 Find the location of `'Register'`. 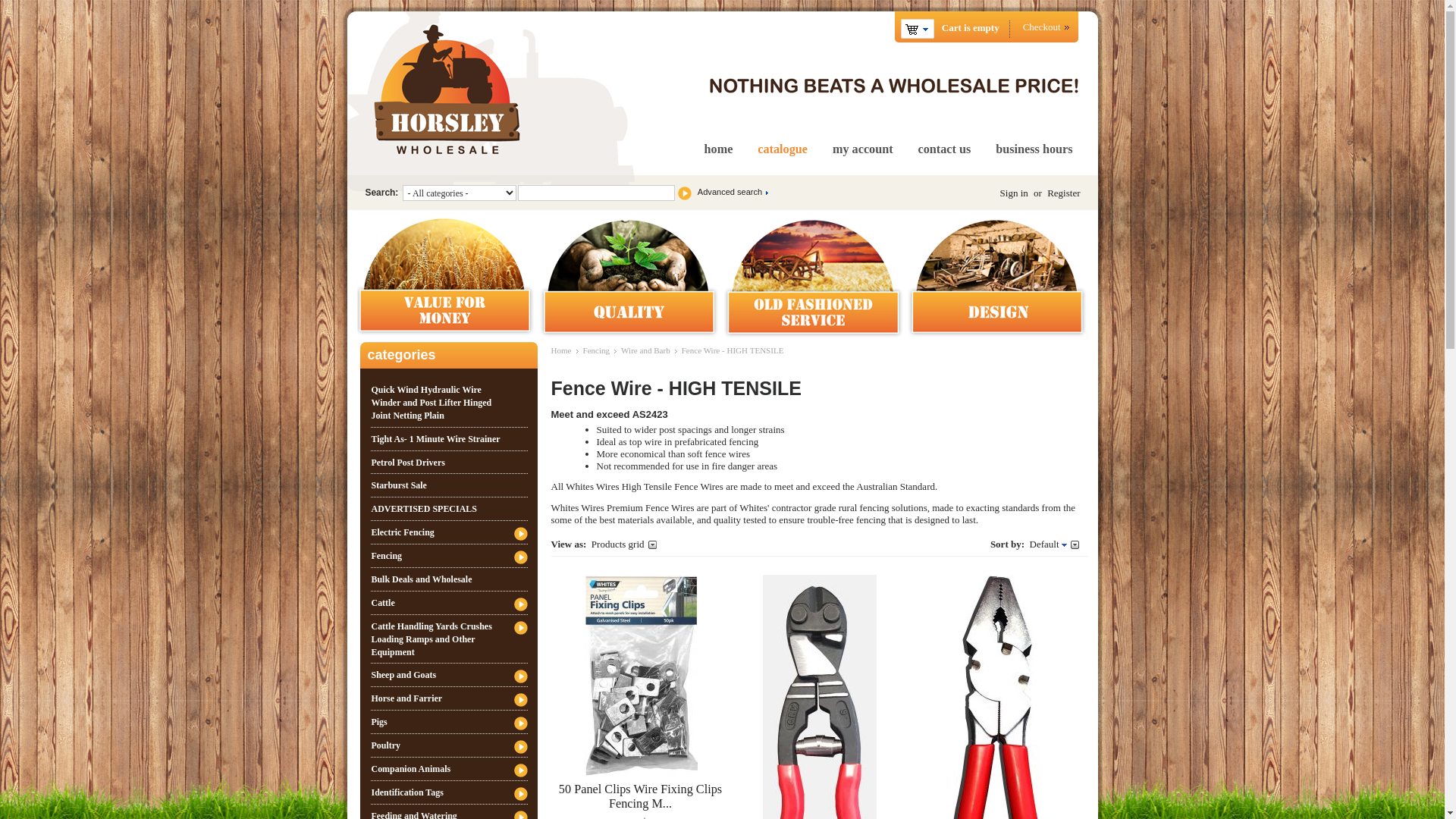

'Register' is located at coordinates (1062, 192).